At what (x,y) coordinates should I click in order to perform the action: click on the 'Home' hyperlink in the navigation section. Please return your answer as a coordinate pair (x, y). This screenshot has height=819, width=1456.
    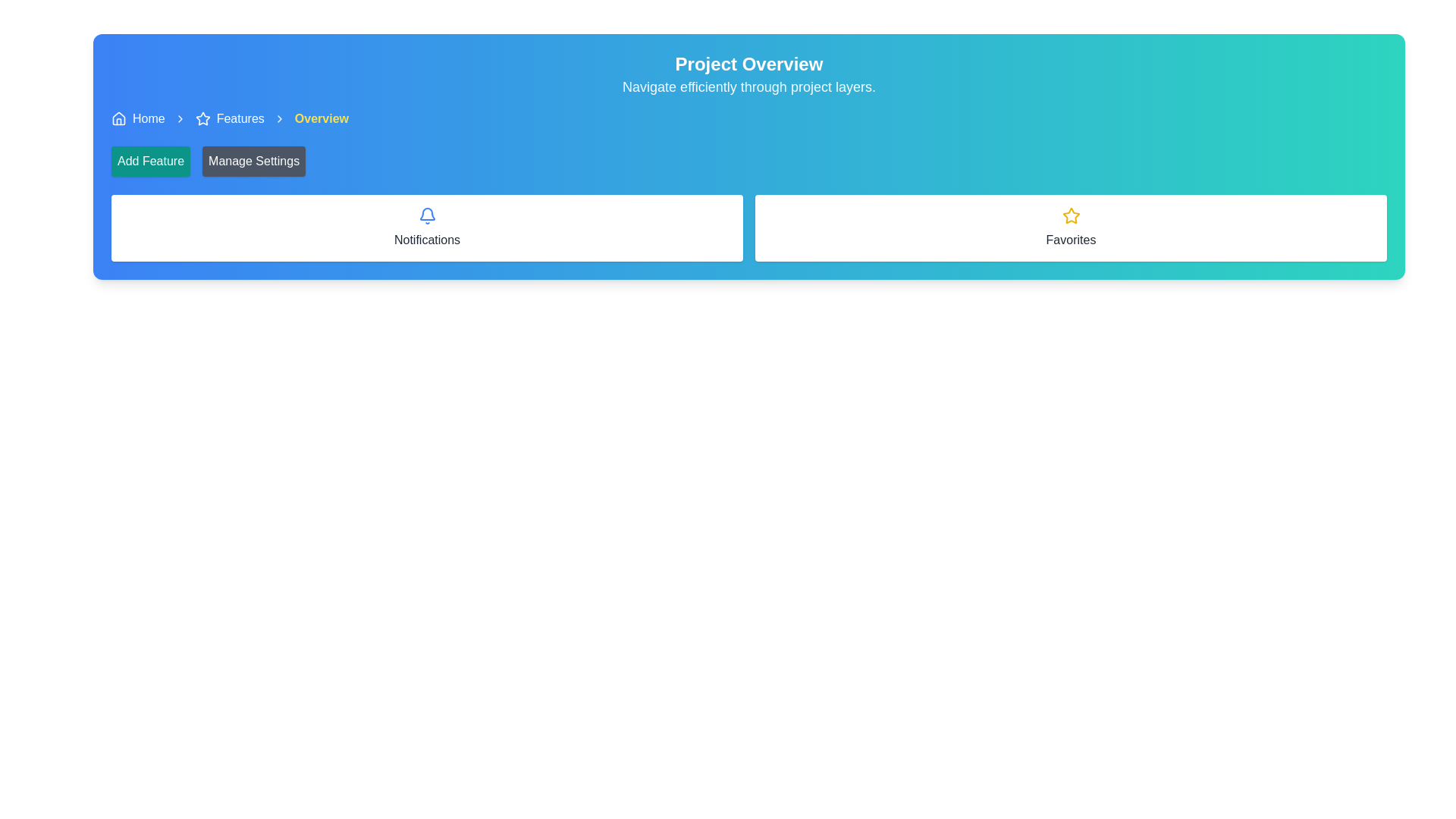
    Looking at the image, I should click on (149, 118).